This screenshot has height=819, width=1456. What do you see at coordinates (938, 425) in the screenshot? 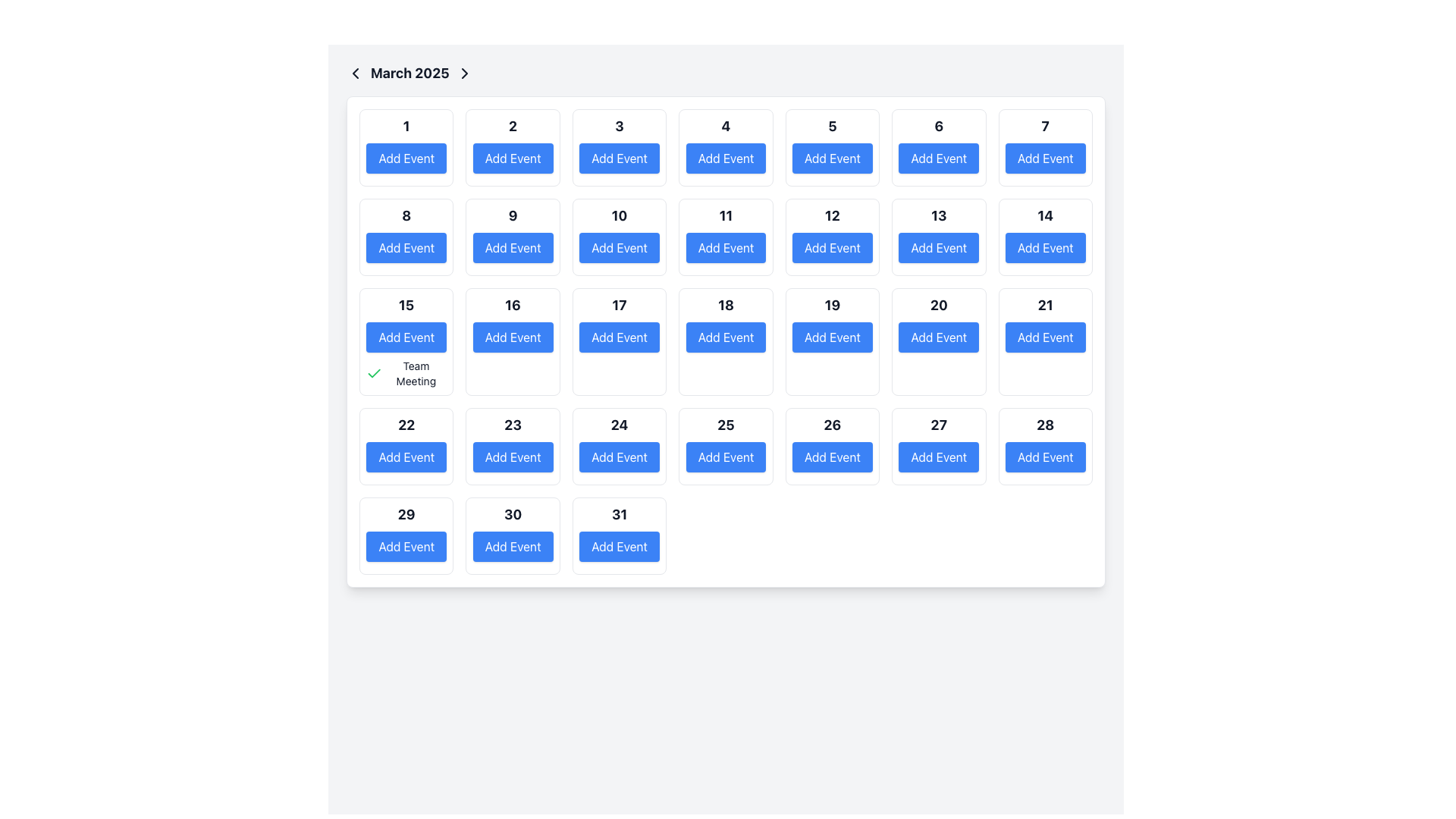
I see `the bold and large-sized numeric text '27' located at the top of the rectangular card for the 27th day of the month in the calendar grid layout` at bounding box center [938, 425].